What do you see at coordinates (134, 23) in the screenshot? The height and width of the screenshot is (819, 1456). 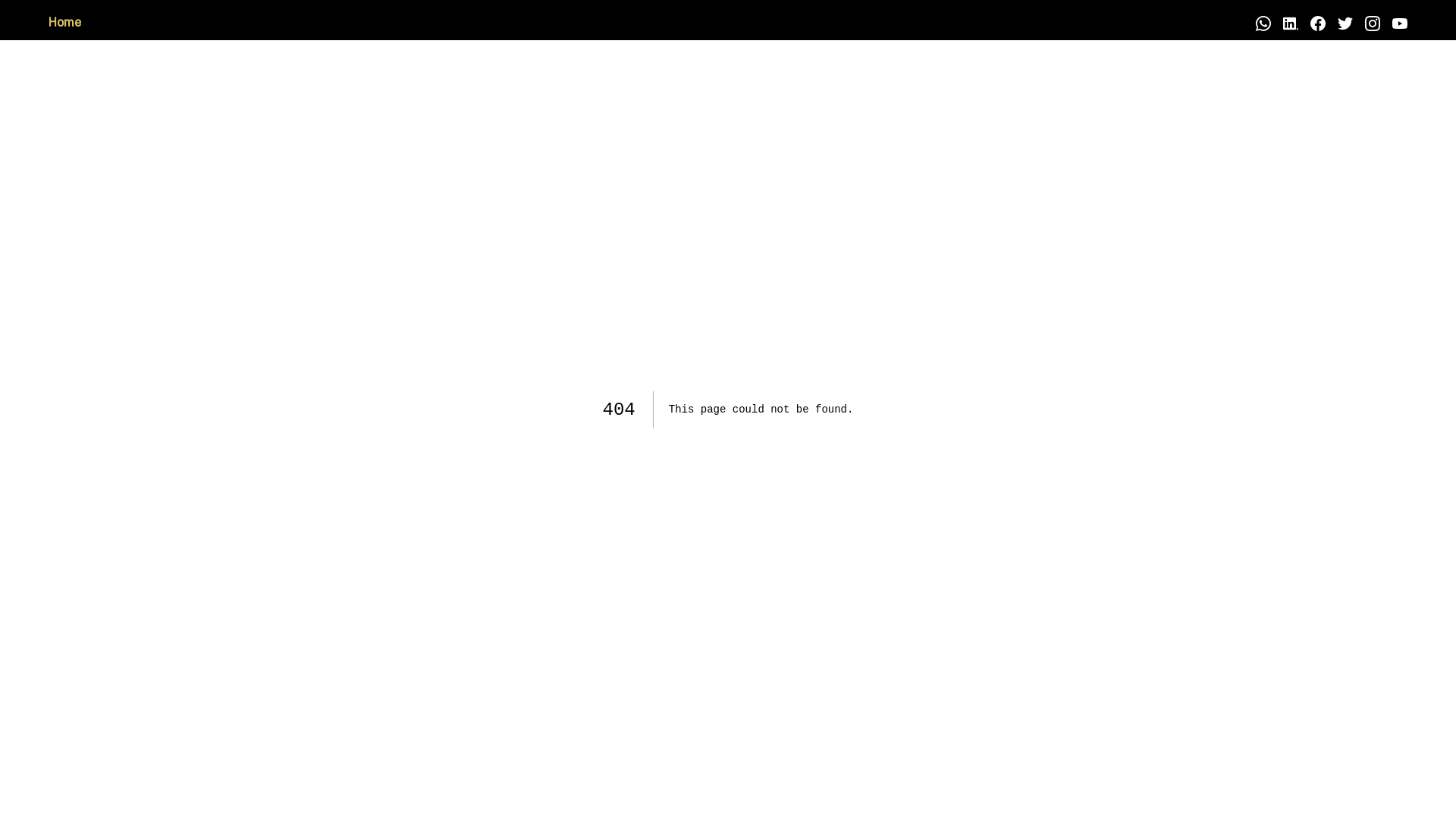 I see `'Disclaimer'` at bounding box center [134, 23].